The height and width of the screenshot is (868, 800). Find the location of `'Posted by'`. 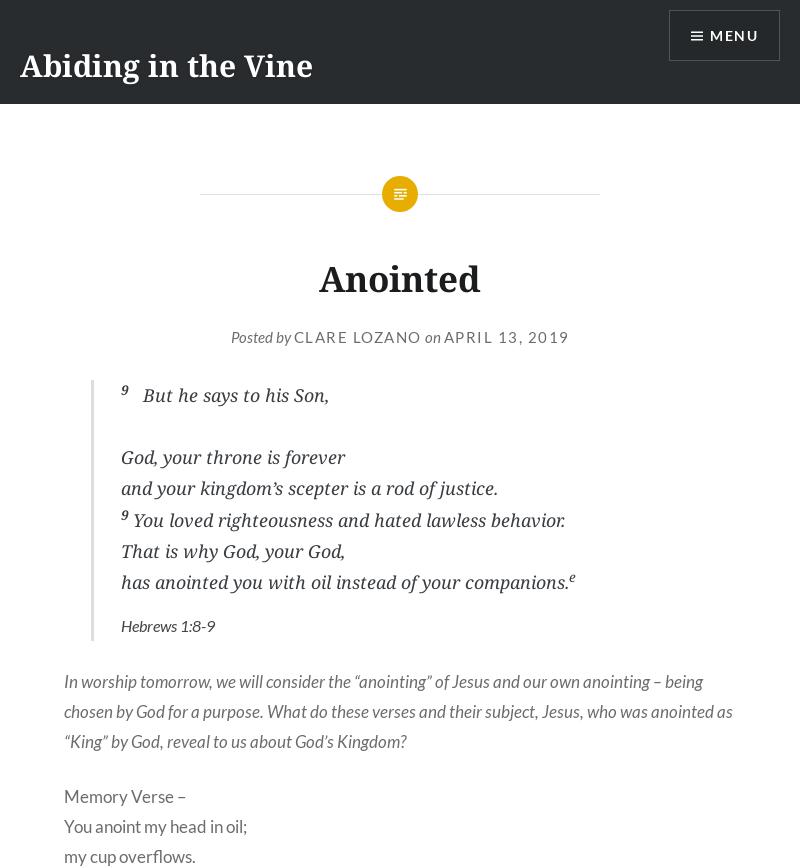

'Posted by' is located at coordinates (229, 336).